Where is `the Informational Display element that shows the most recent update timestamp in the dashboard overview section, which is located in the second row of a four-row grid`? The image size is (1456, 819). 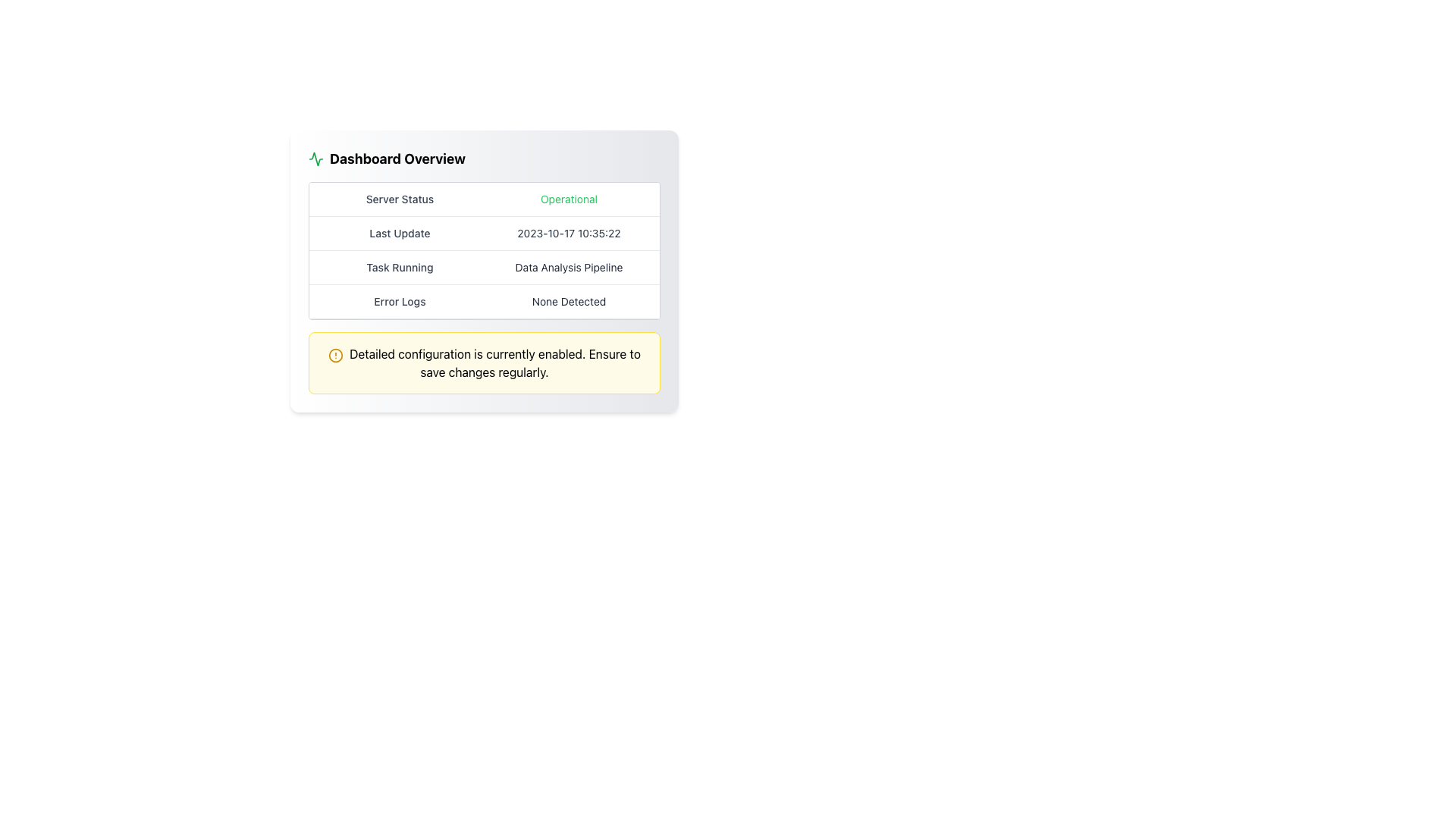
the Informational Display element that shows the most recent update timestamp in the dashboard overview section, which is located in the second row of a four-row grid is located at coordinates (483, 234).